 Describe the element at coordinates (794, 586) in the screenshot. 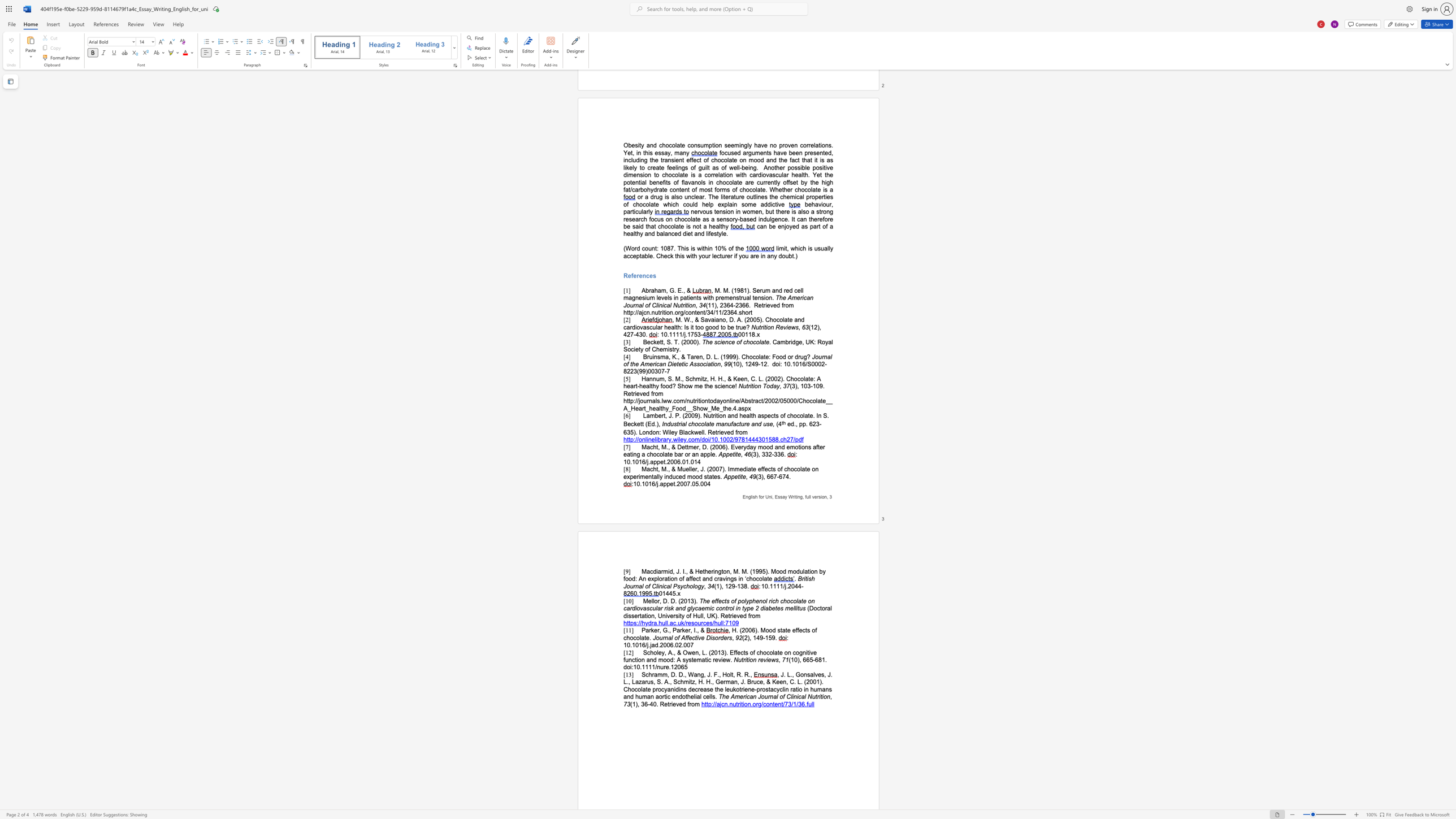

I see `the subset text "44" within the text ": 10.1111/j.2044-"` at that location.